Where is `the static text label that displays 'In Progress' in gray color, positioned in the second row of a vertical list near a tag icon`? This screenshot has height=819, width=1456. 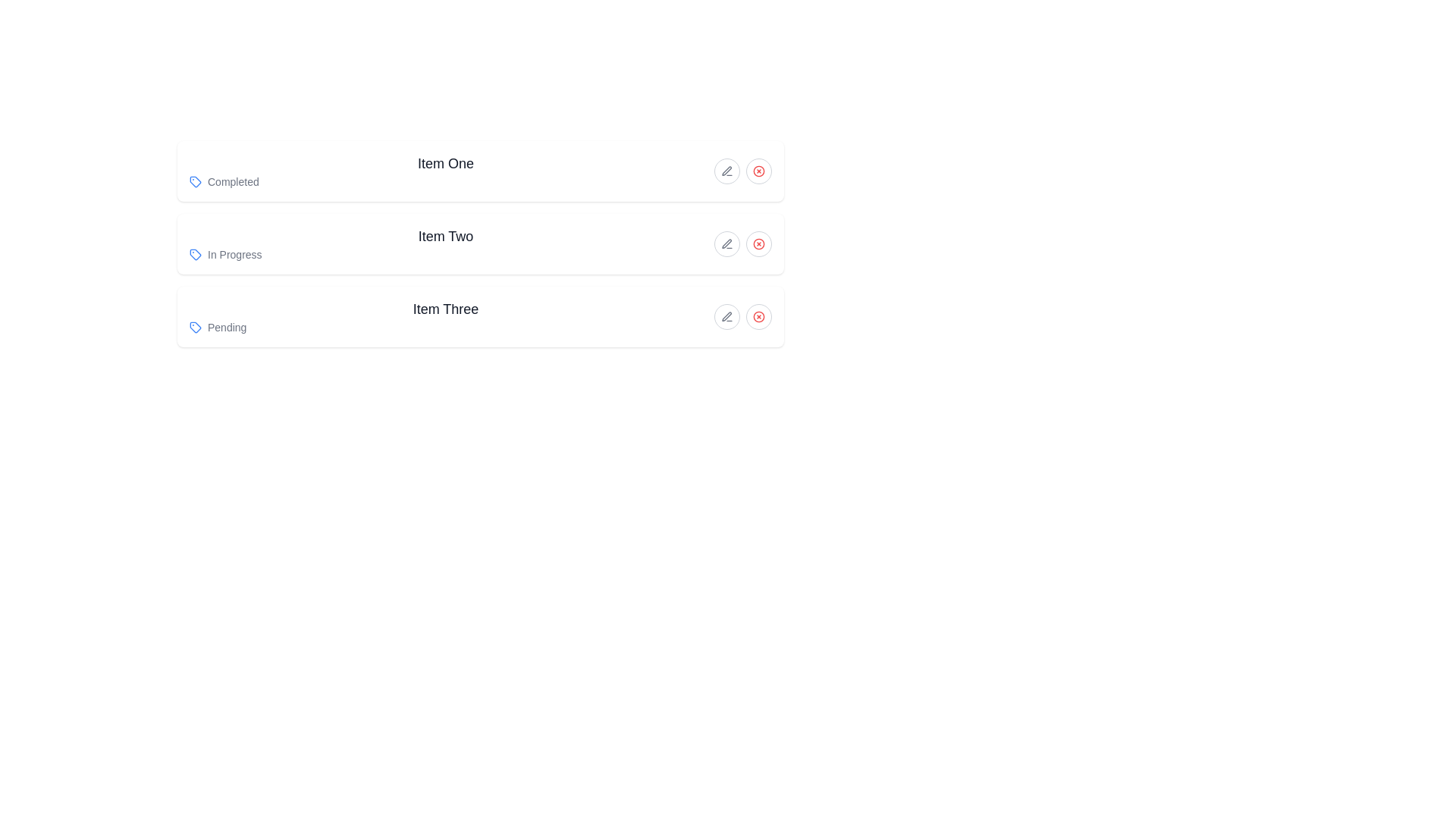 the static text label that displays 'In Progress' in gray color, positioned in the second row of a vertical list near a tag icon is located at coordinates (234, 253).